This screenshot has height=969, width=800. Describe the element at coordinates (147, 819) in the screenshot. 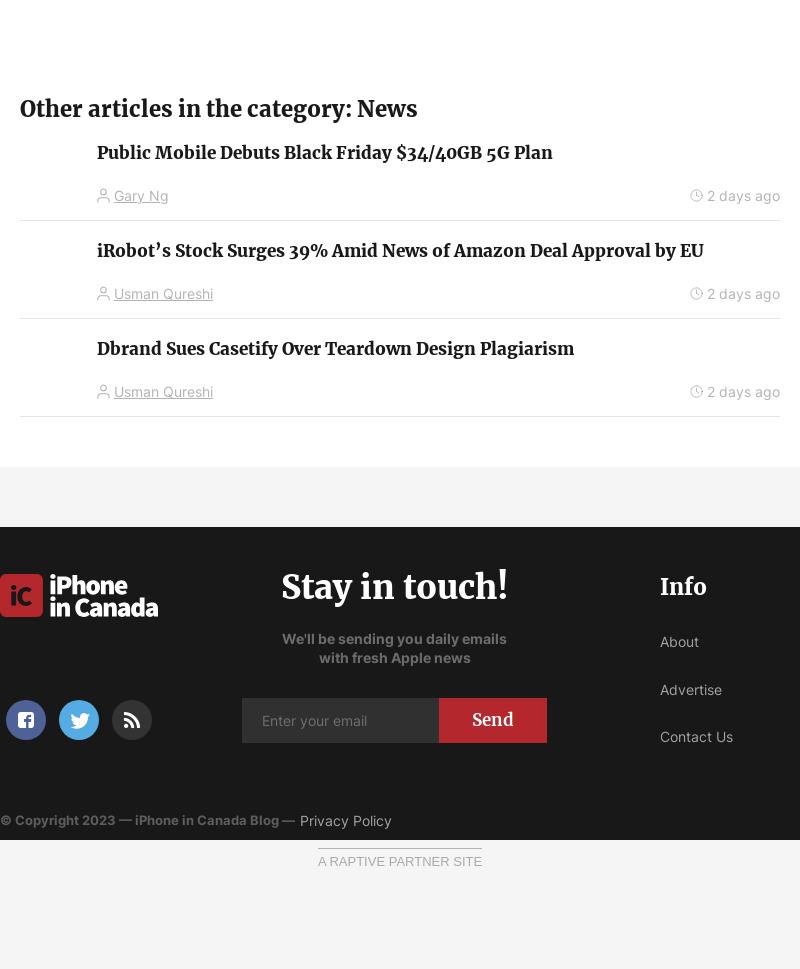

I see `'© Copyright 2023 — 
					iPhone in Canada Blog —'` at that location.